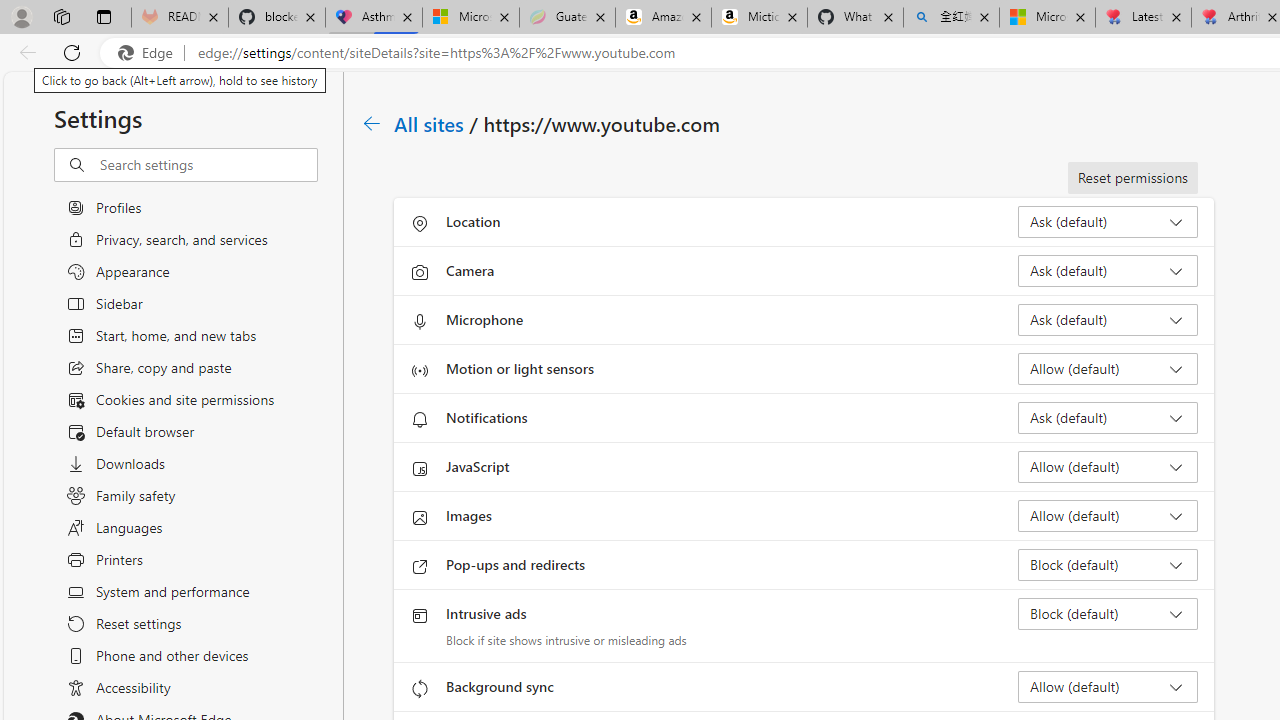 The image size is (1280, 720). Describe the element at coordinates (1106, 685) in the screenshot. I see `'Background sync Allow (default)'` at that location.